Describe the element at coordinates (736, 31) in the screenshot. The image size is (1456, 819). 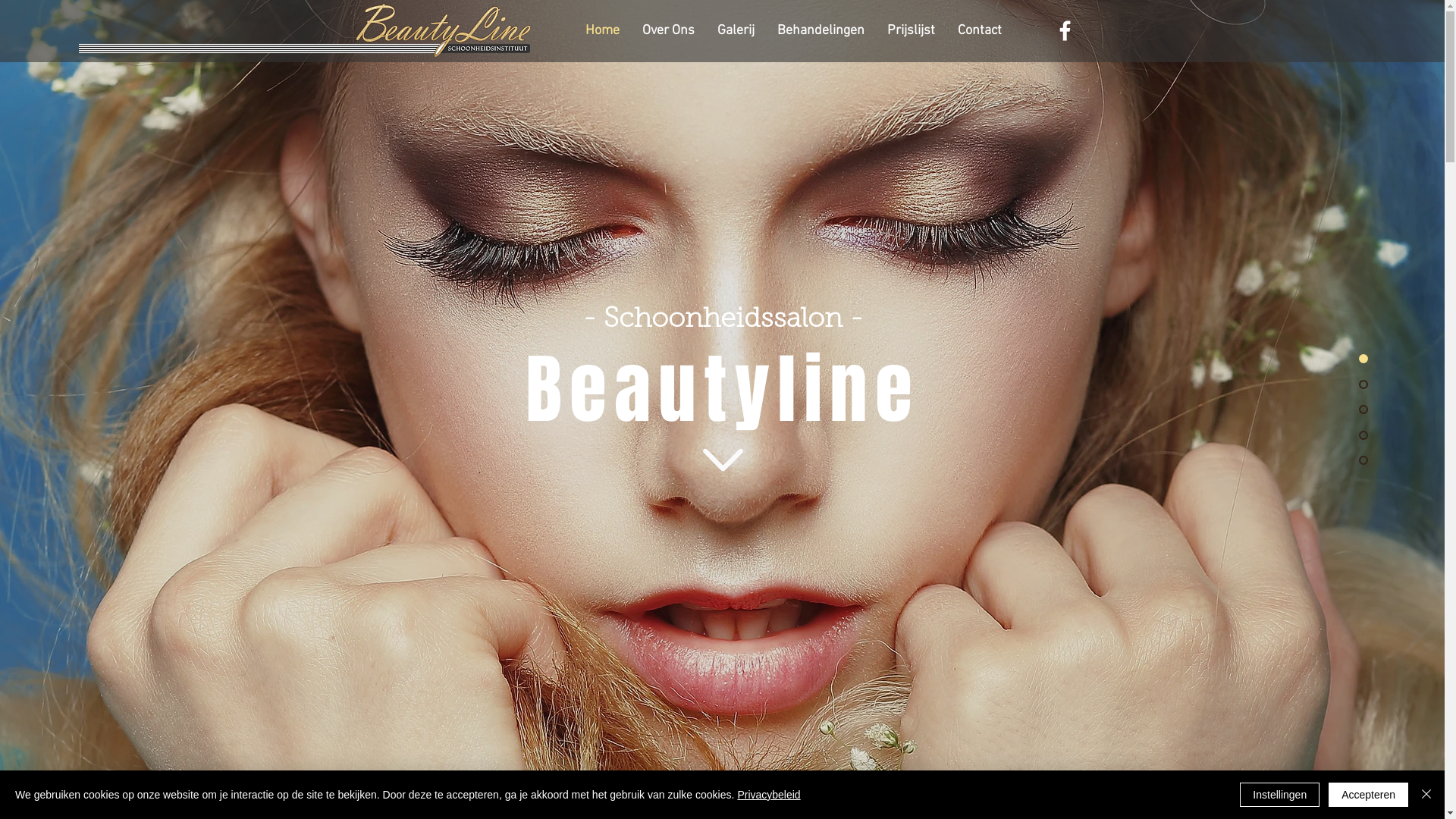
I see `'Galerij'` at that location.